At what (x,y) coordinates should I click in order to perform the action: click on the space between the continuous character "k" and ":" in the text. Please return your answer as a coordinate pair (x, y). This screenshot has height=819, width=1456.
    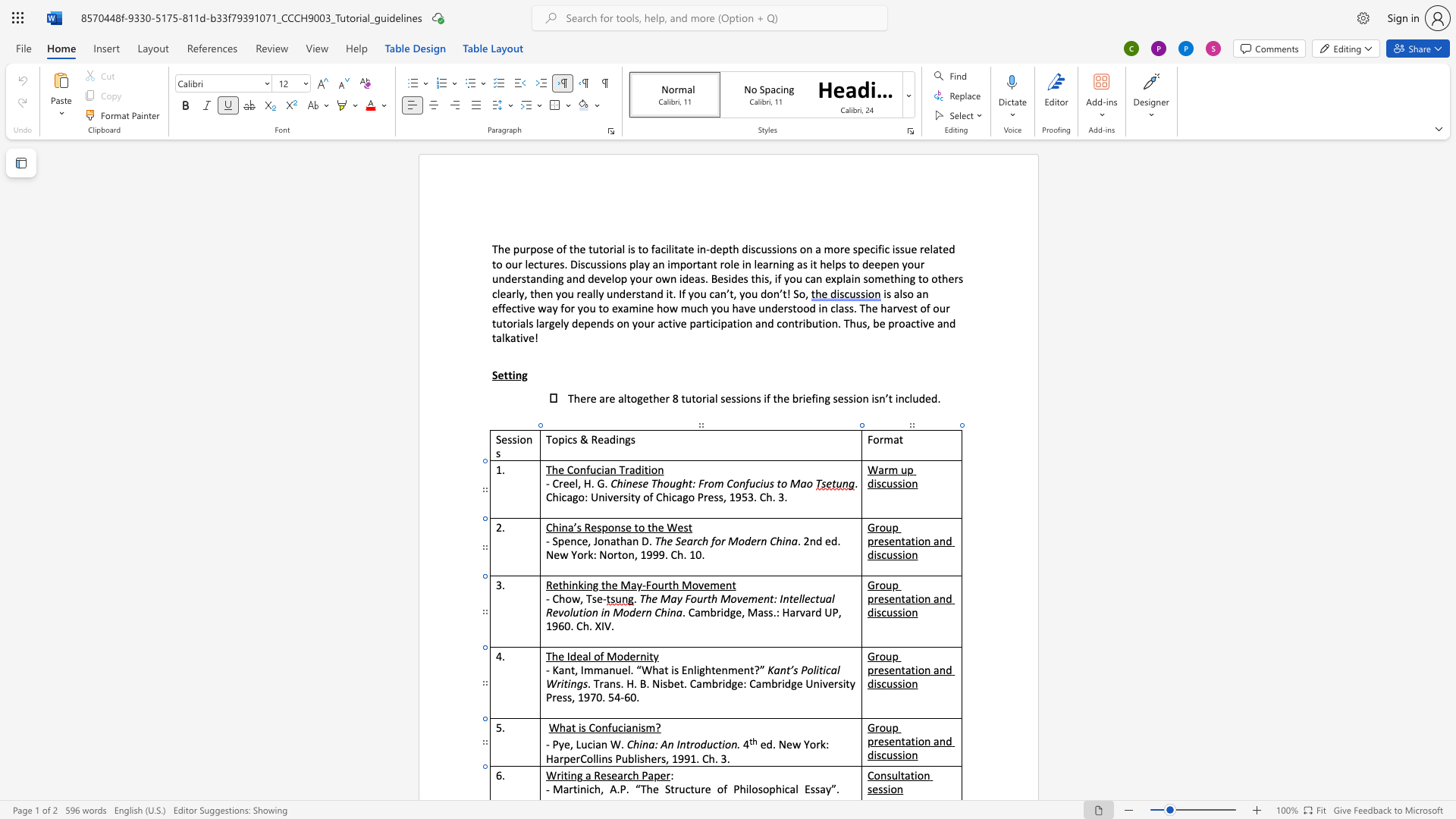
    Looking at the image, I should click on (824, 743).